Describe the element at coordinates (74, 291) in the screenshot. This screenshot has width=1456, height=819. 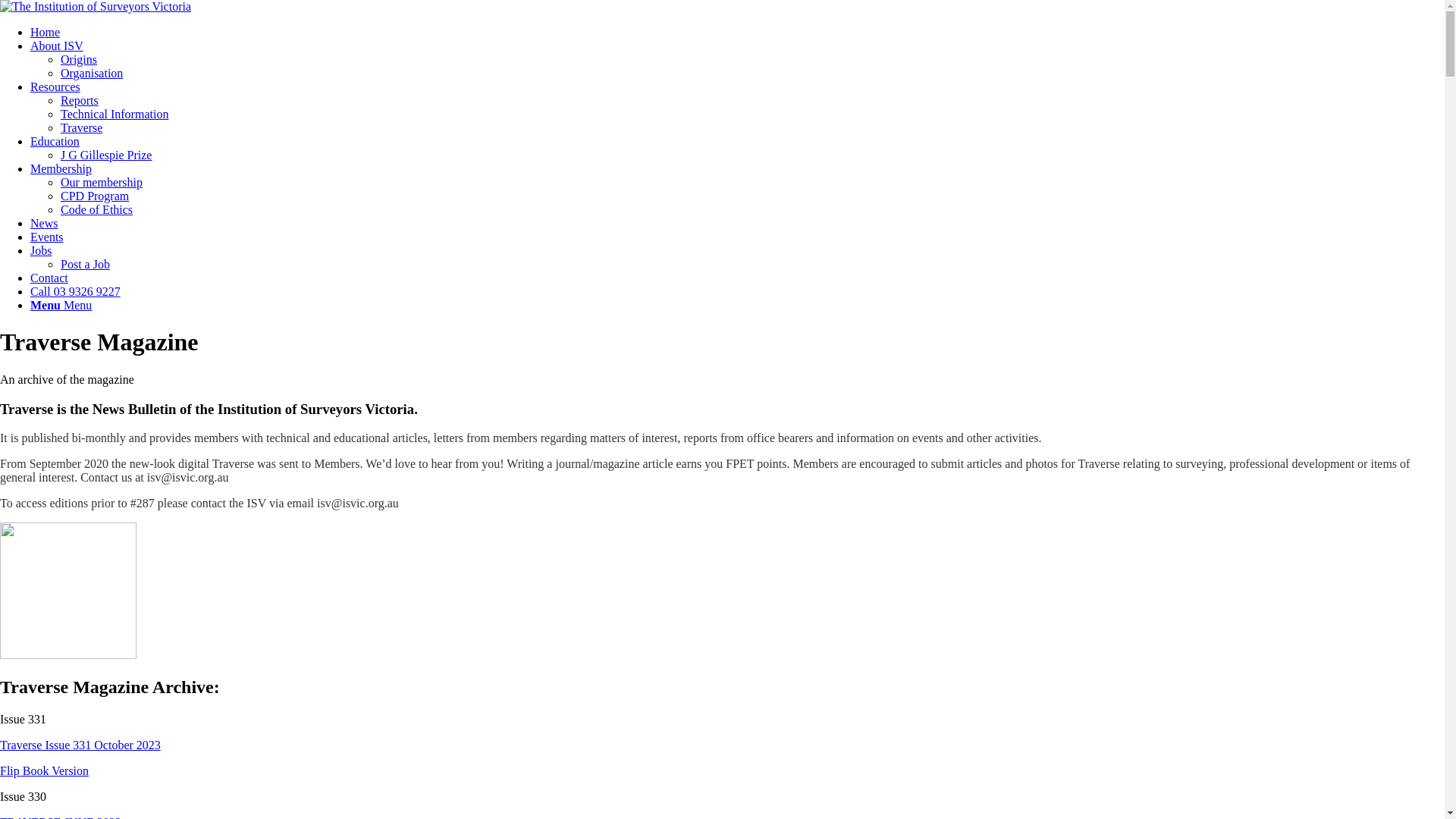
I see `'Call 03 9326 9227'` at that location.